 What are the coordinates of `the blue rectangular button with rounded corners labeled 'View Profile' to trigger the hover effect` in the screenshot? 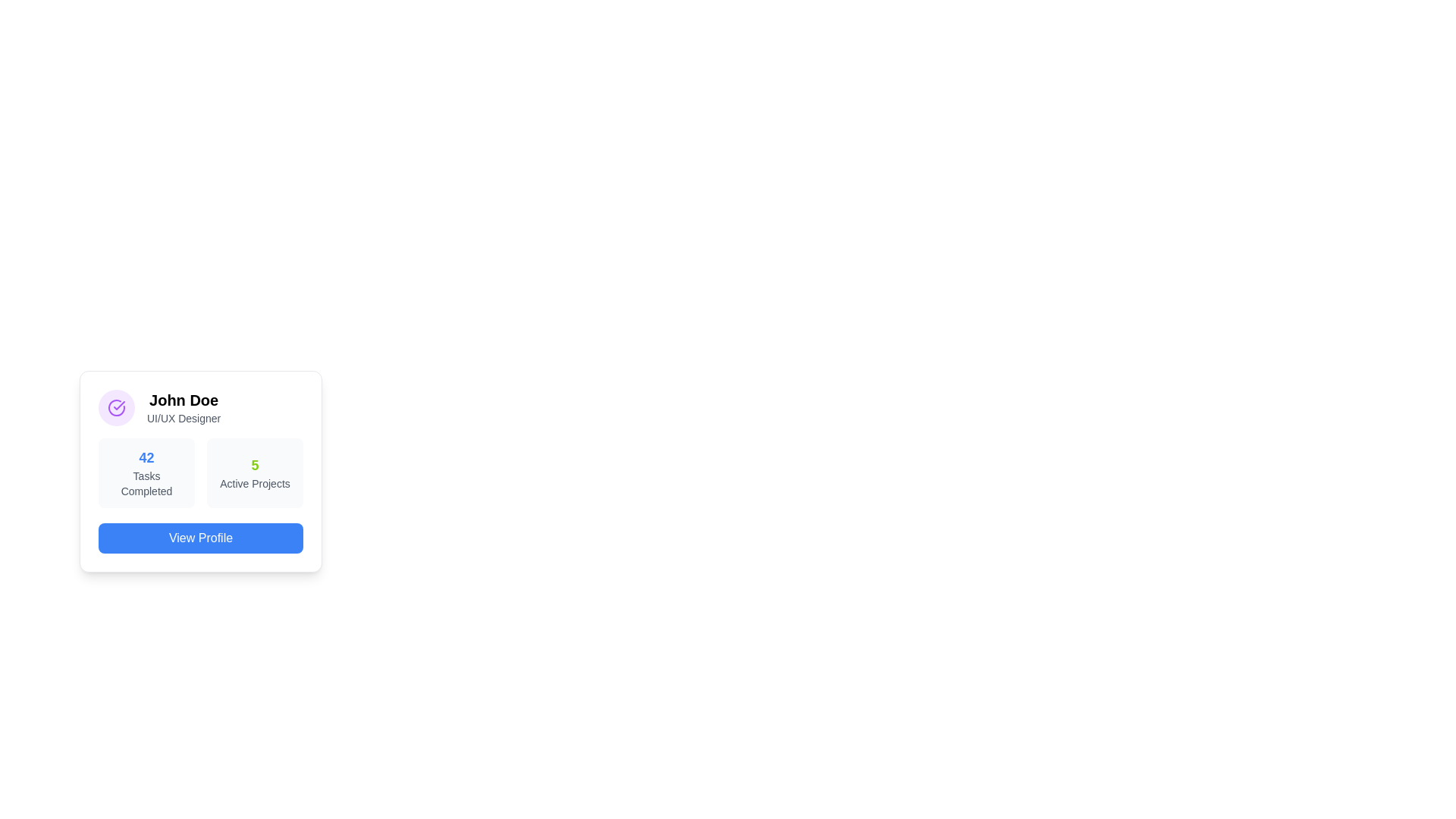 It's located at (199, 537).